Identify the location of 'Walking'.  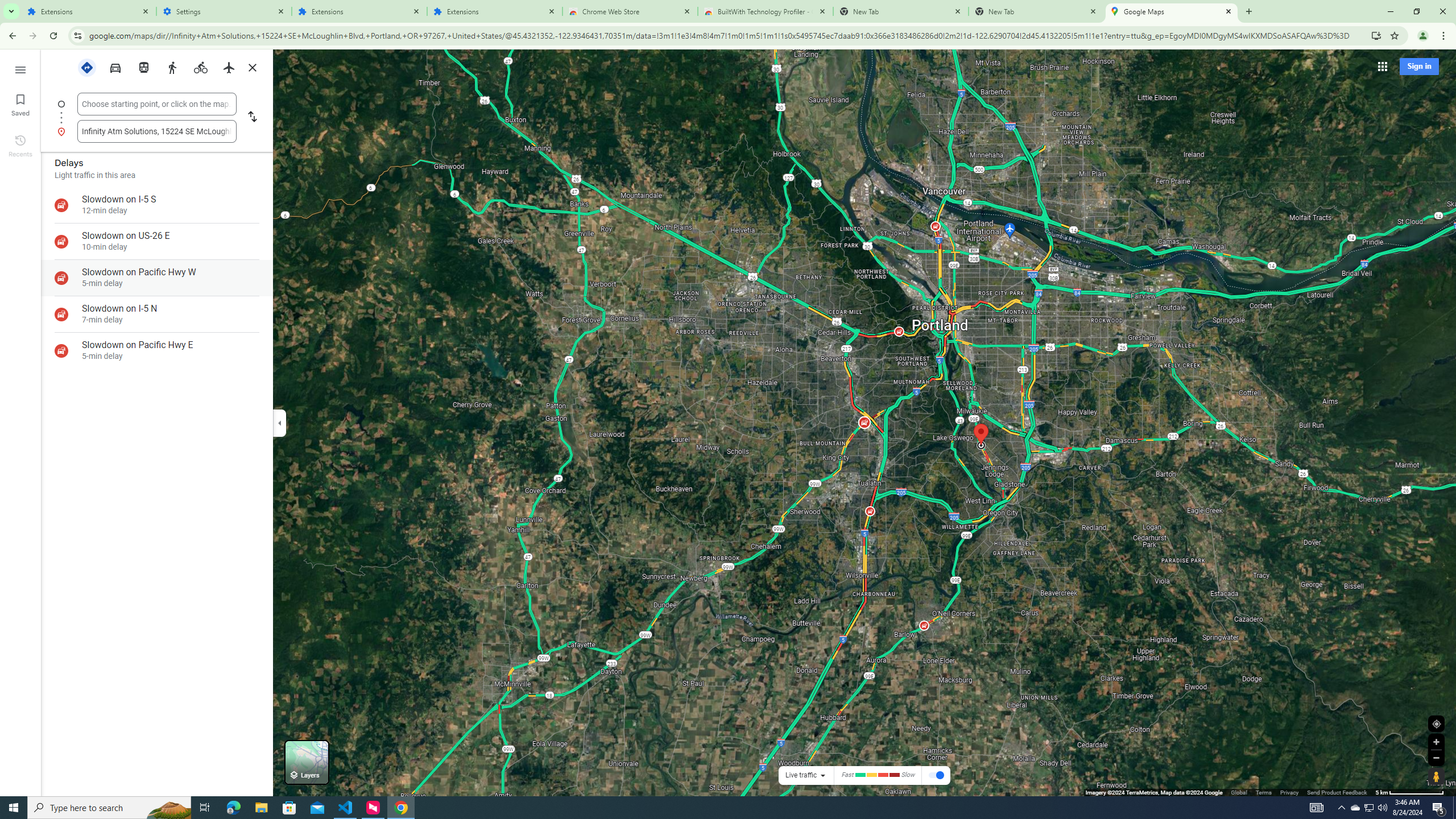
(172, 67).